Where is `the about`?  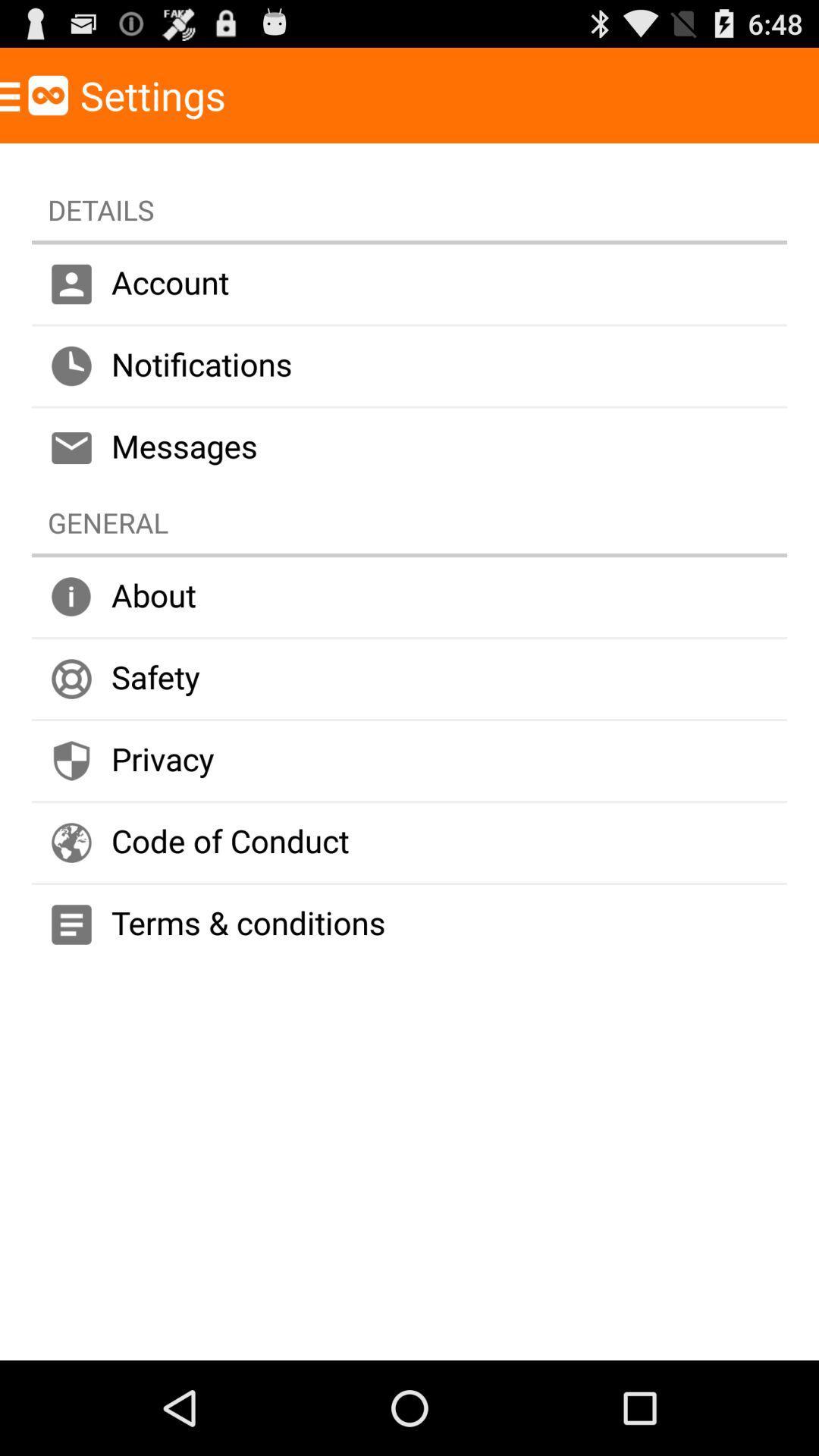 the about is located at coordinates (409, 596).